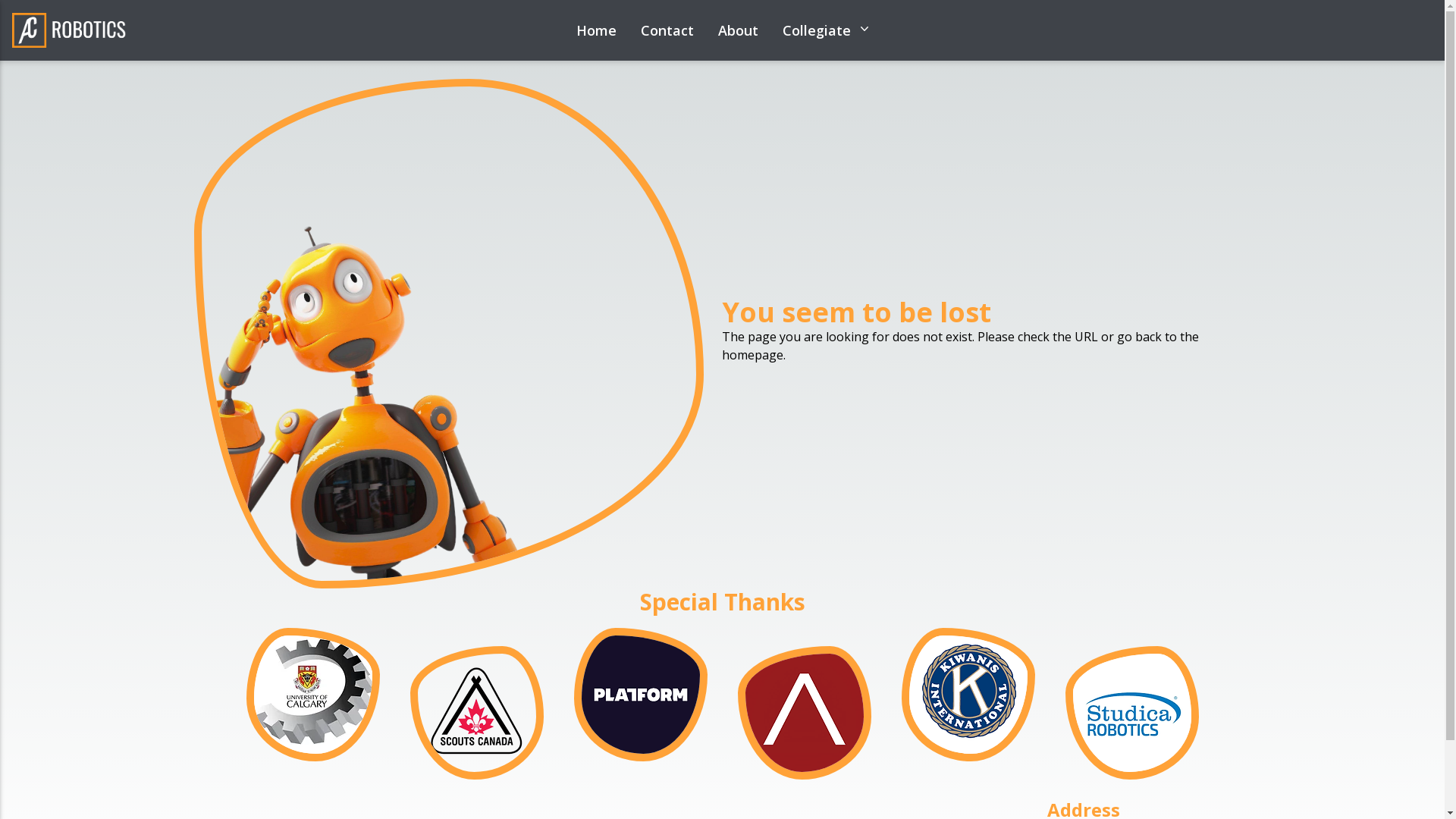 Image resolution: width=1456 pixels, height=819 pixels. What do you see at coordinates (716, 30) in the screenshot?
I see `'About'` at bounding box center [716, 30].